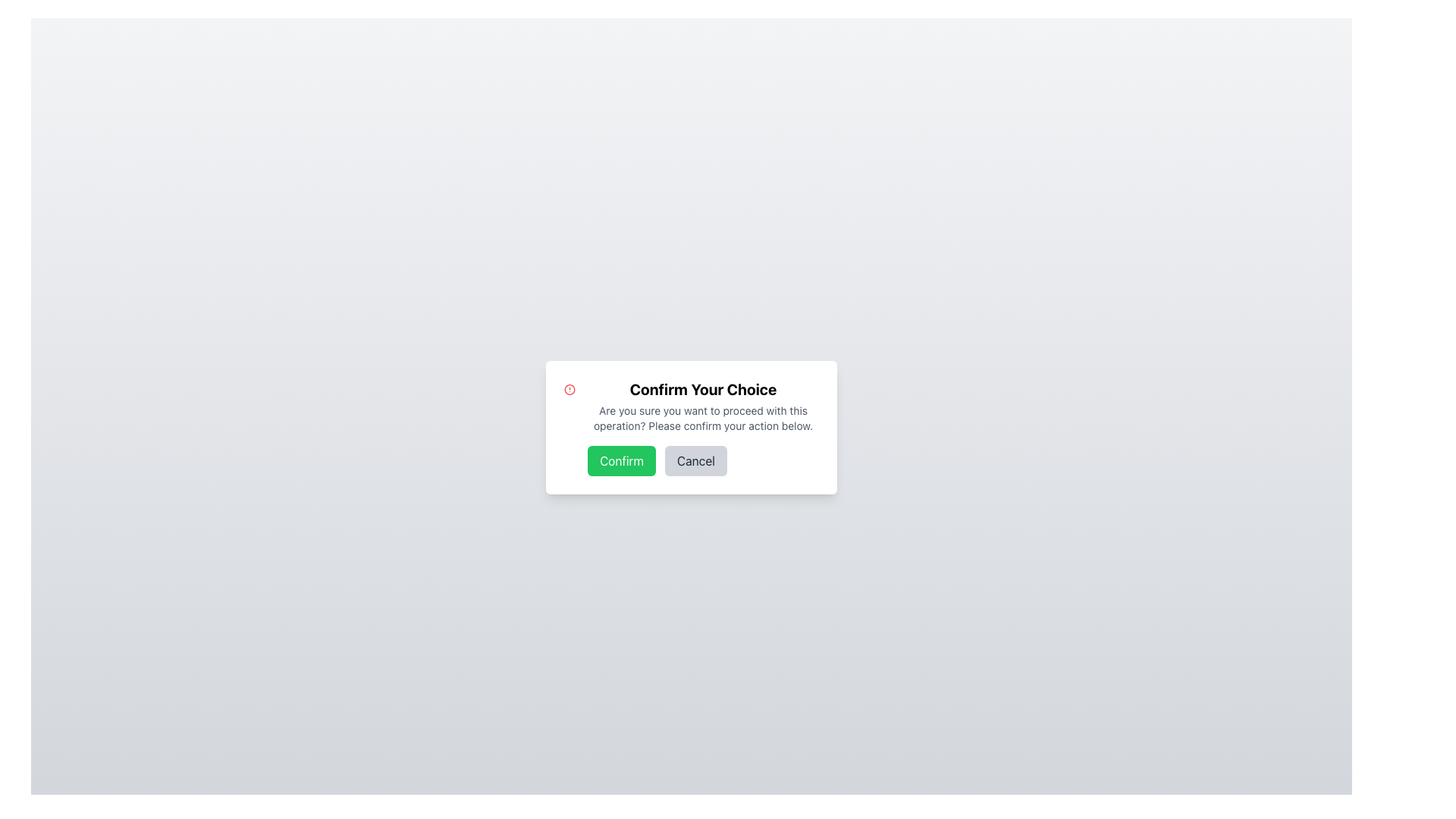 This screenshot has height=819, width=1456. I want to click on the green 'Confirm' button with rounded corners, so click(622, 460).